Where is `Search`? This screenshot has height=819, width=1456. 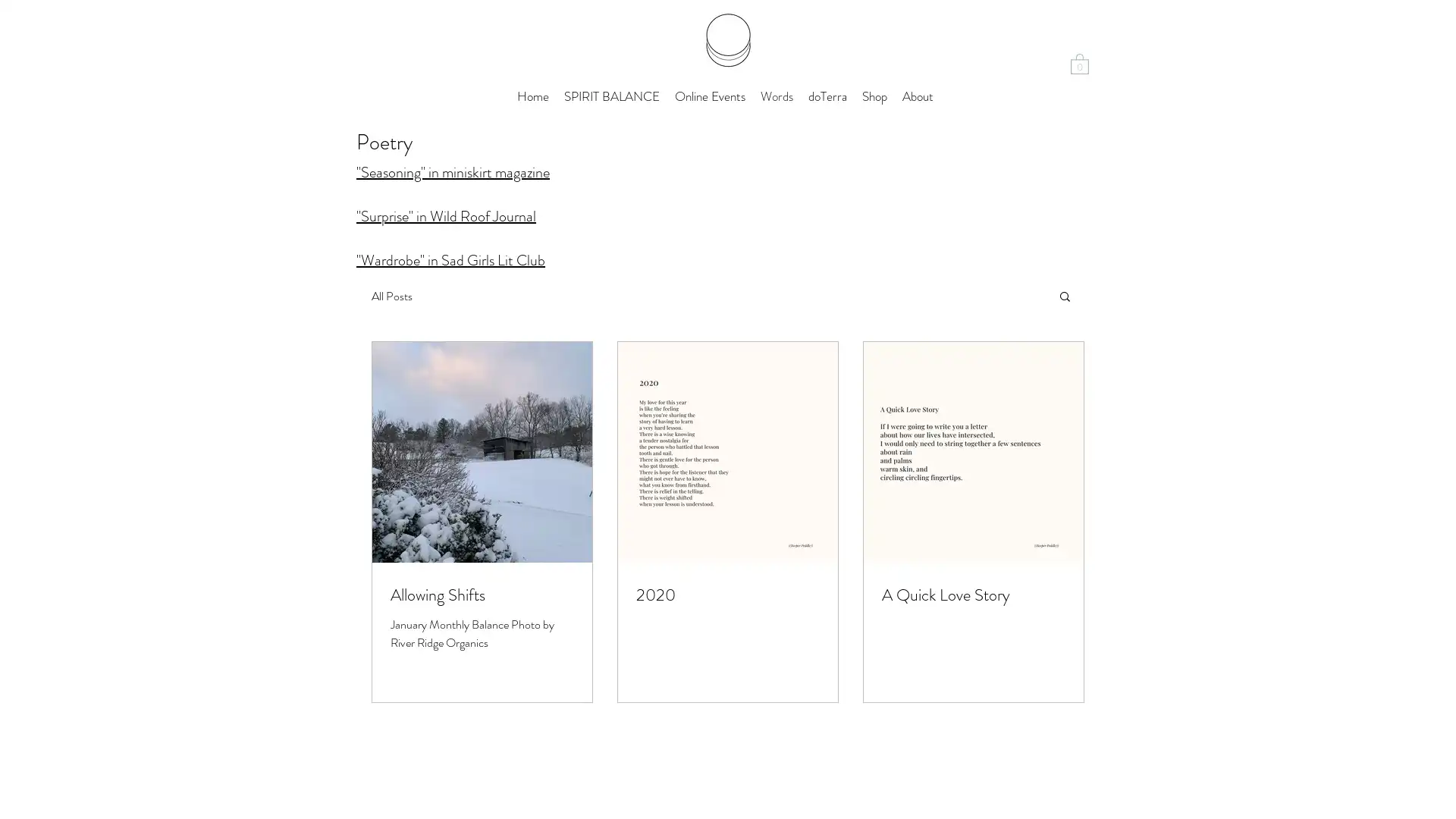
Search is located at coordinates (1064, 297).